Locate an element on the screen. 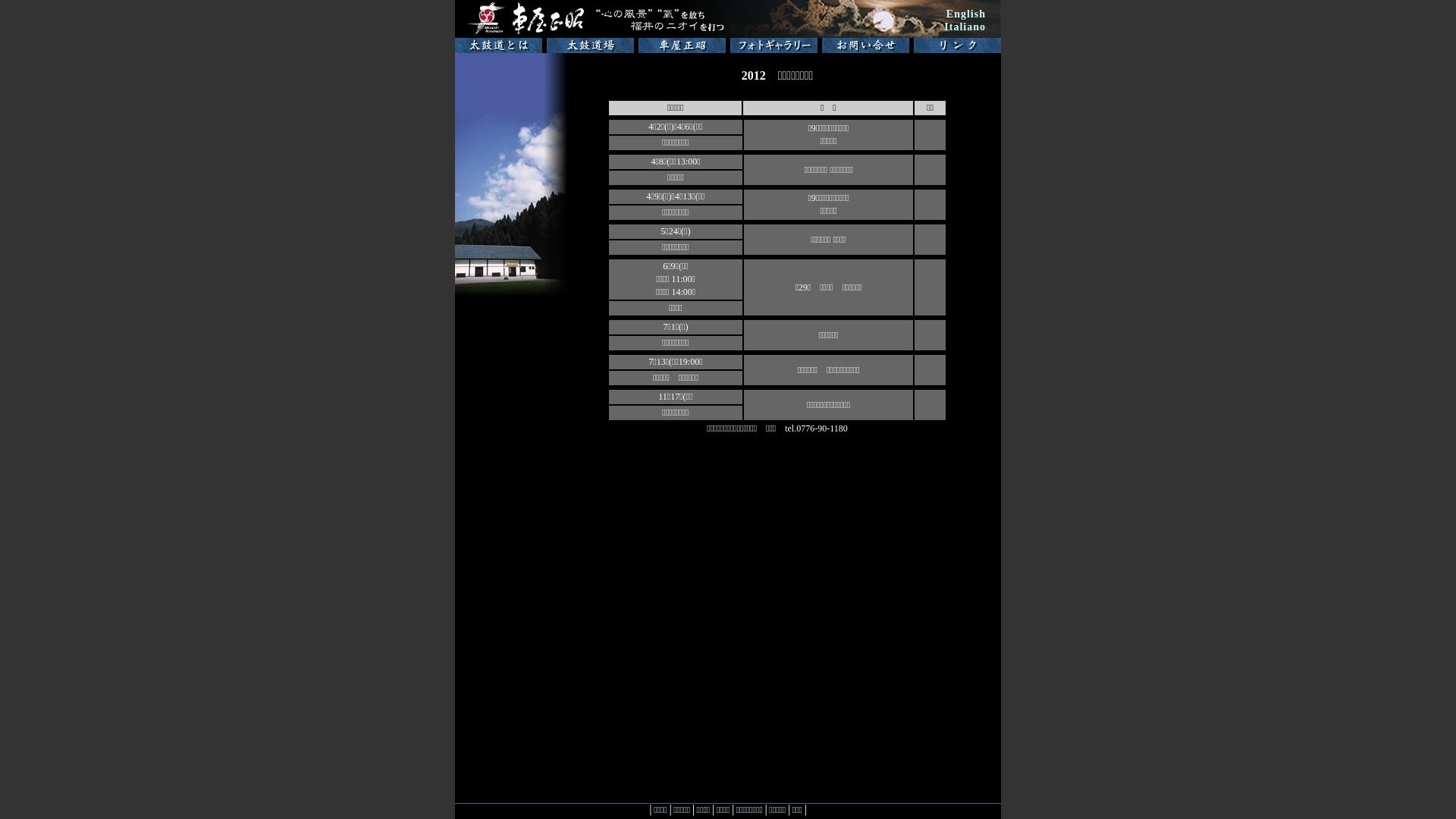  'Italiano' is located at coordinates (964, 27).